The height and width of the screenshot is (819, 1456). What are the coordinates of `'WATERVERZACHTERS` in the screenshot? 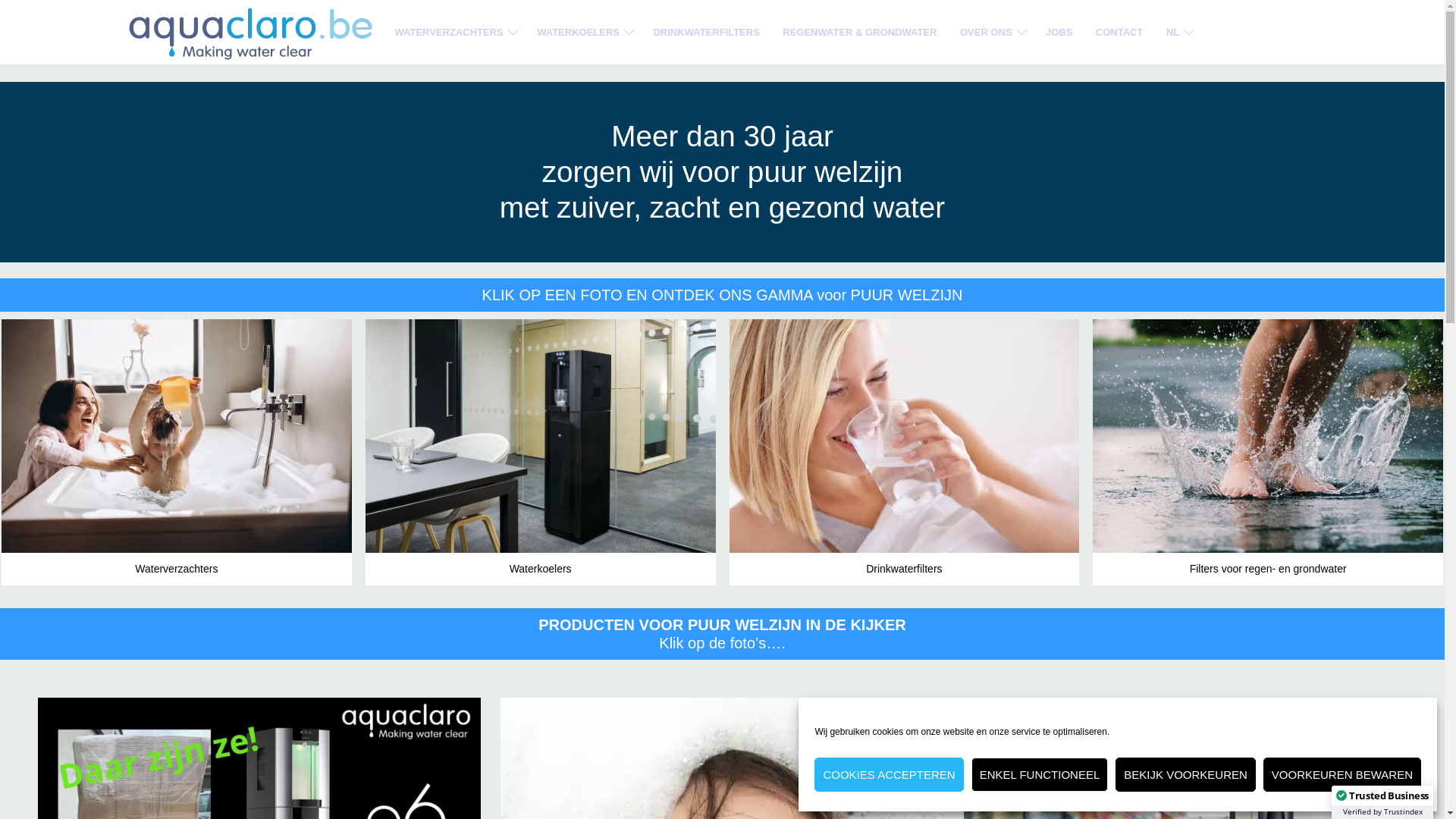 It's located at (453, 32).